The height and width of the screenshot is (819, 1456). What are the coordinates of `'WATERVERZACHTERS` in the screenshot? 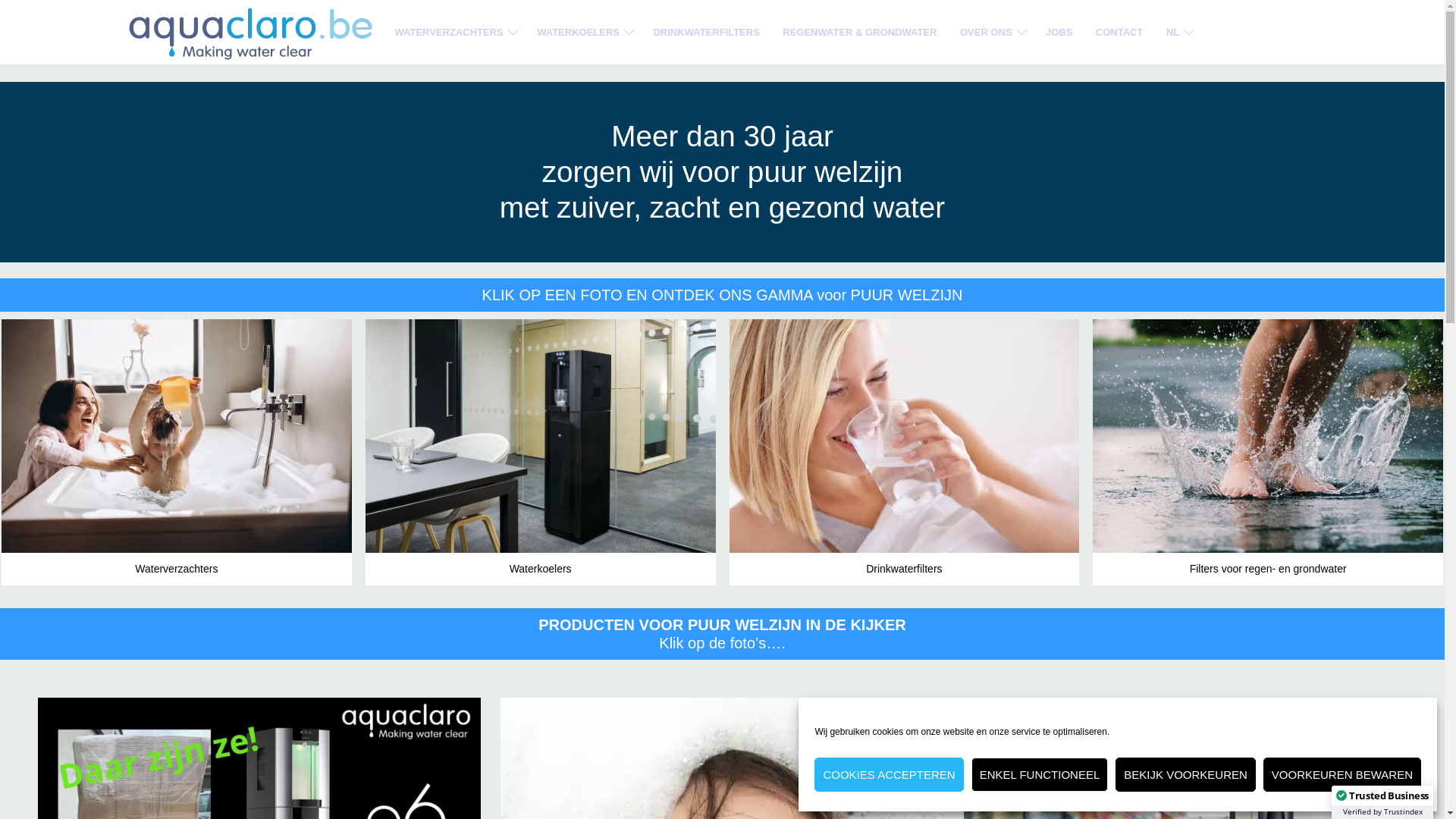 It's located at (453, 32).